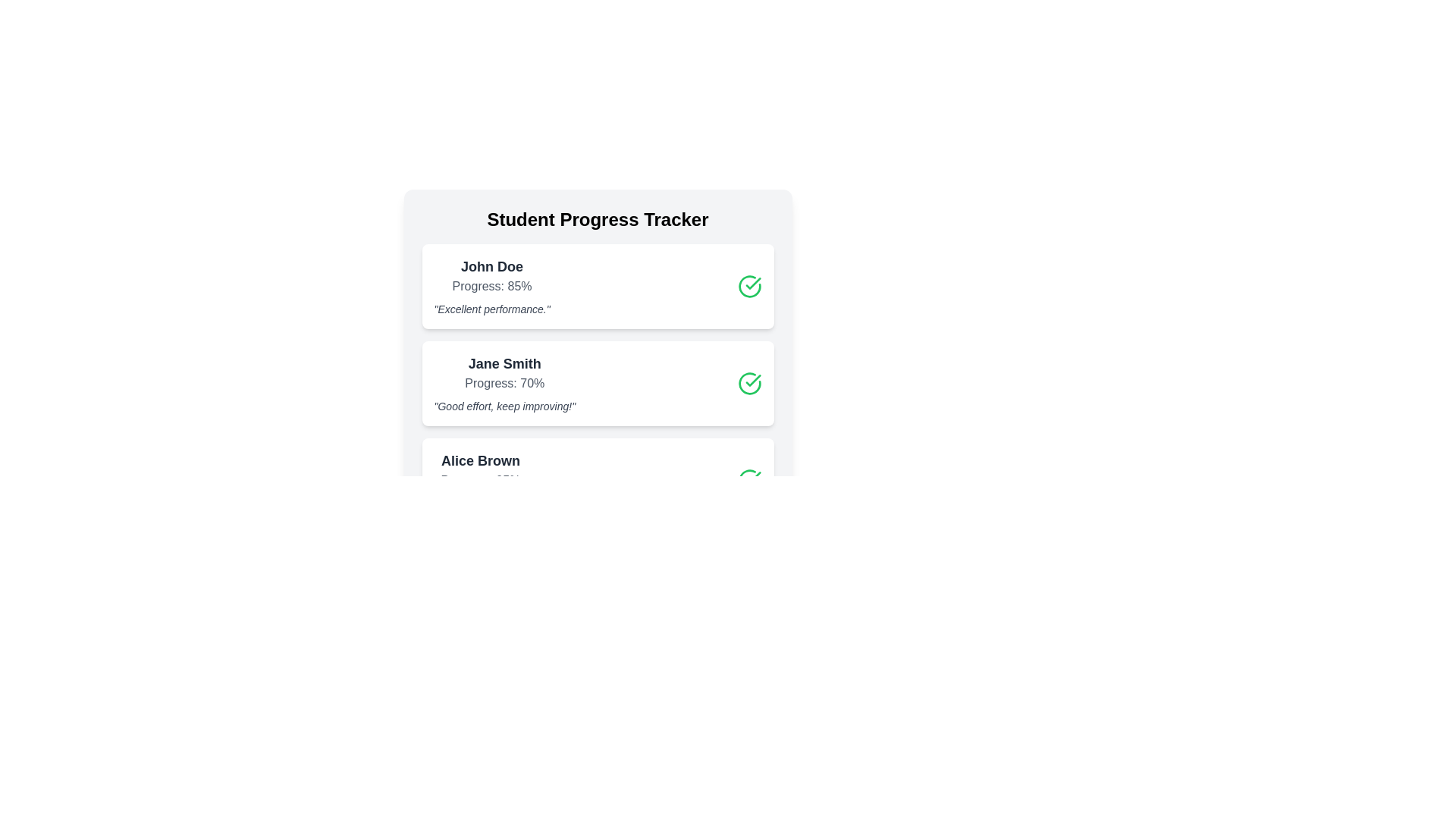 The image size is (1456, 819). I want to click on the green check icon corresponding to Alice Brown, so click(749, 480).